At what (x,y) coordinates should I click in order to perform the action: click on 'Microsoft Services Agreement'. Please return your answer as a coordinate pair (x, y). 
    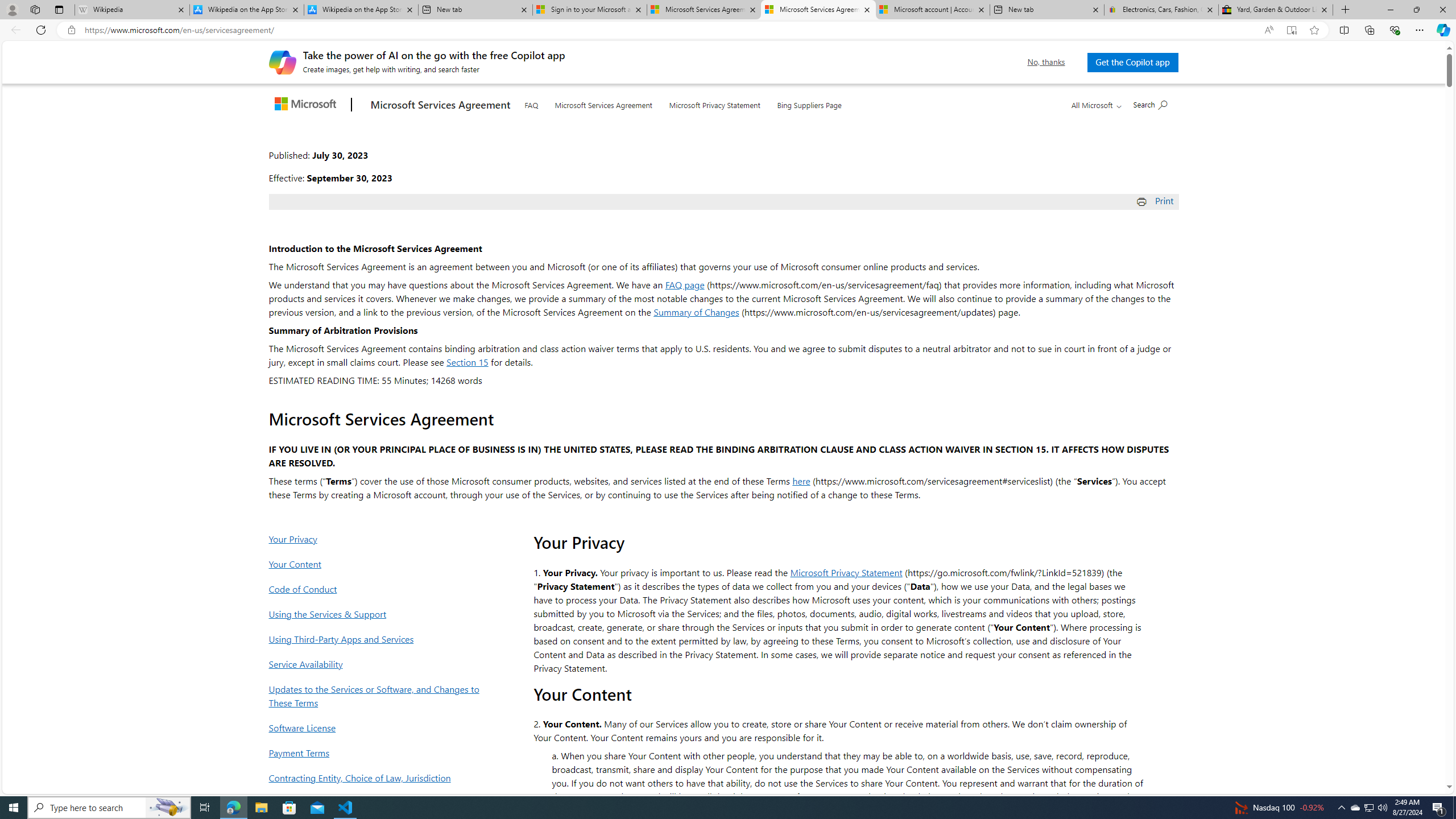
    Looking at the image, I should click on (603, 102).